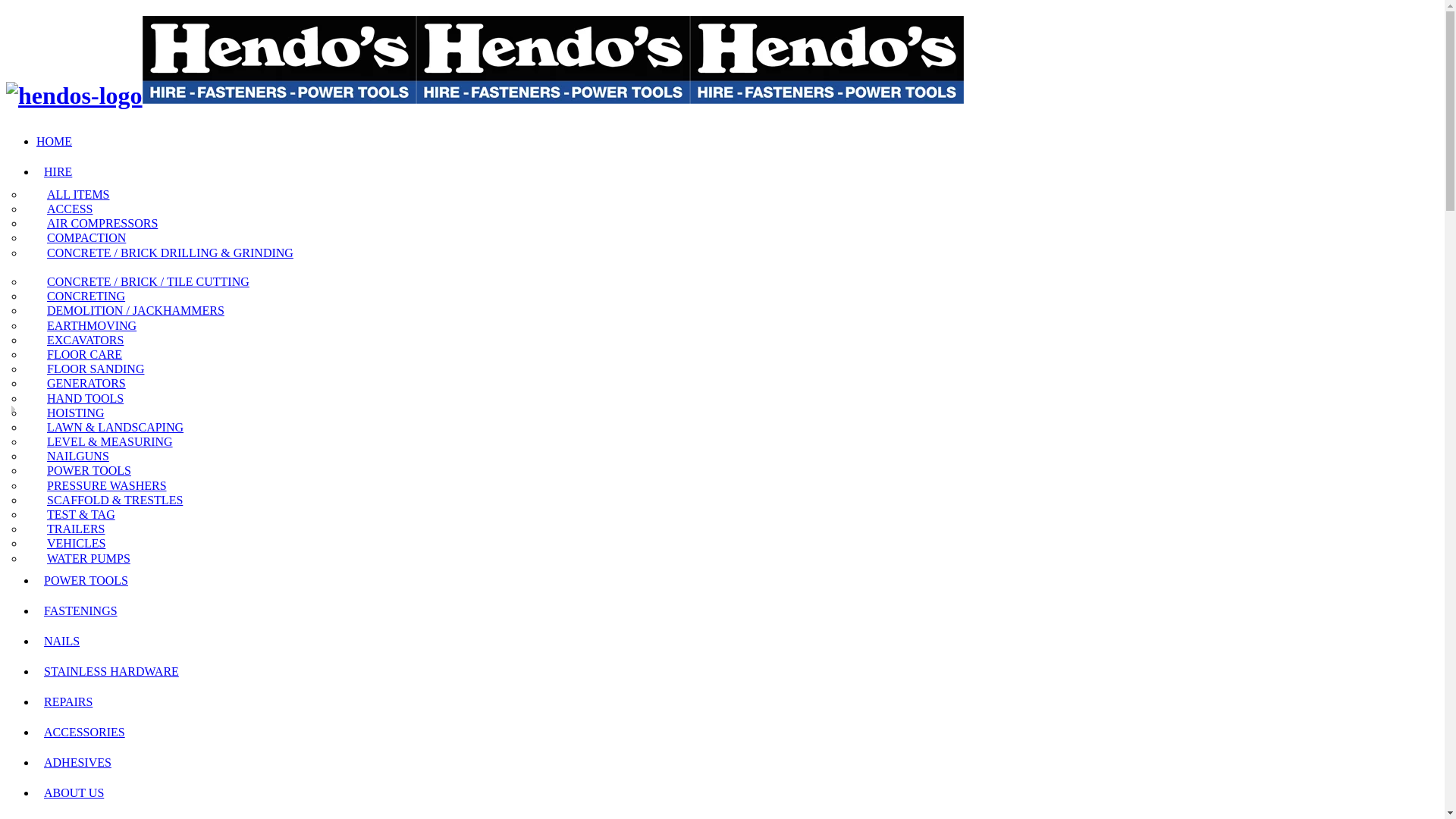 The image size is (1456, 819). I want to click on 'FASTENINGS', so click(80, 610).